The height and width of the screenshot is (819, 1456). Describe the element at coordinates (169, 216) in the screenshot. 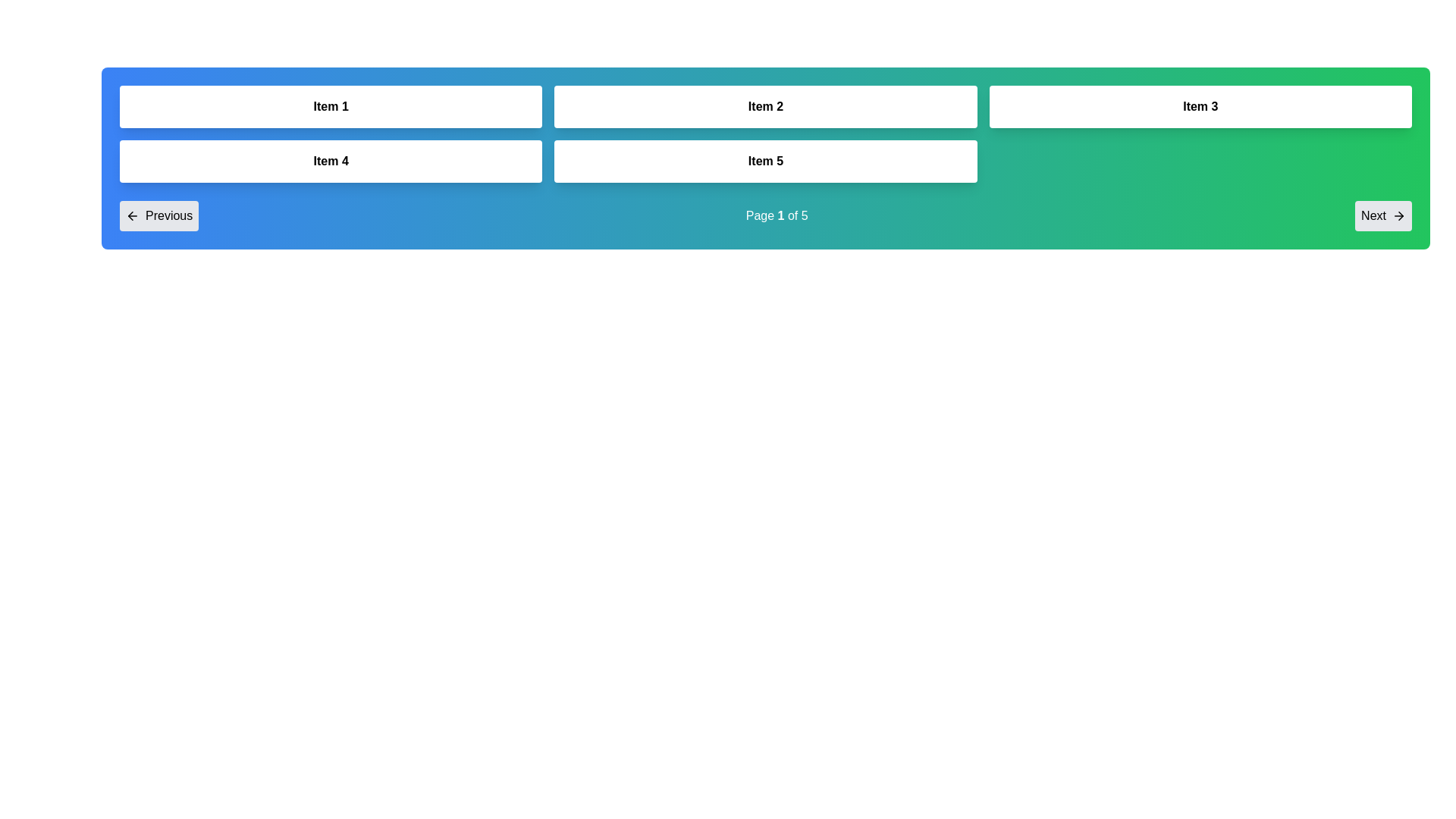

I see `the label indicating the functionality of navigating to the previous page, which is part of a composite button element located at the bottom-left corner of the interface` at that location.